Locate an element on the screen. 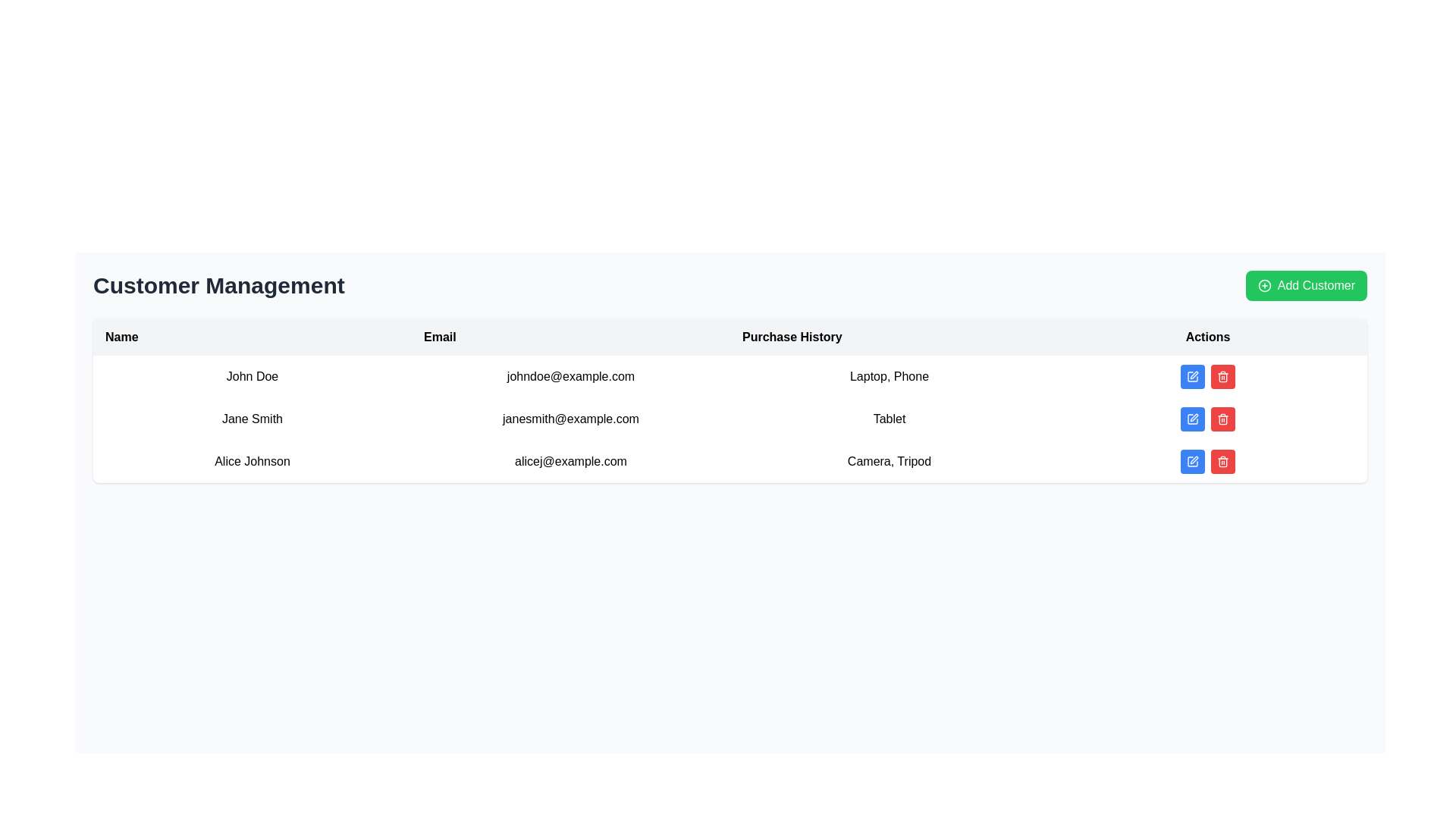 This screenshot has width=1456, height=819. the delete button with a trash bin icon located in the 'Actions' column of the data table is located at coordinates (1222, 461).